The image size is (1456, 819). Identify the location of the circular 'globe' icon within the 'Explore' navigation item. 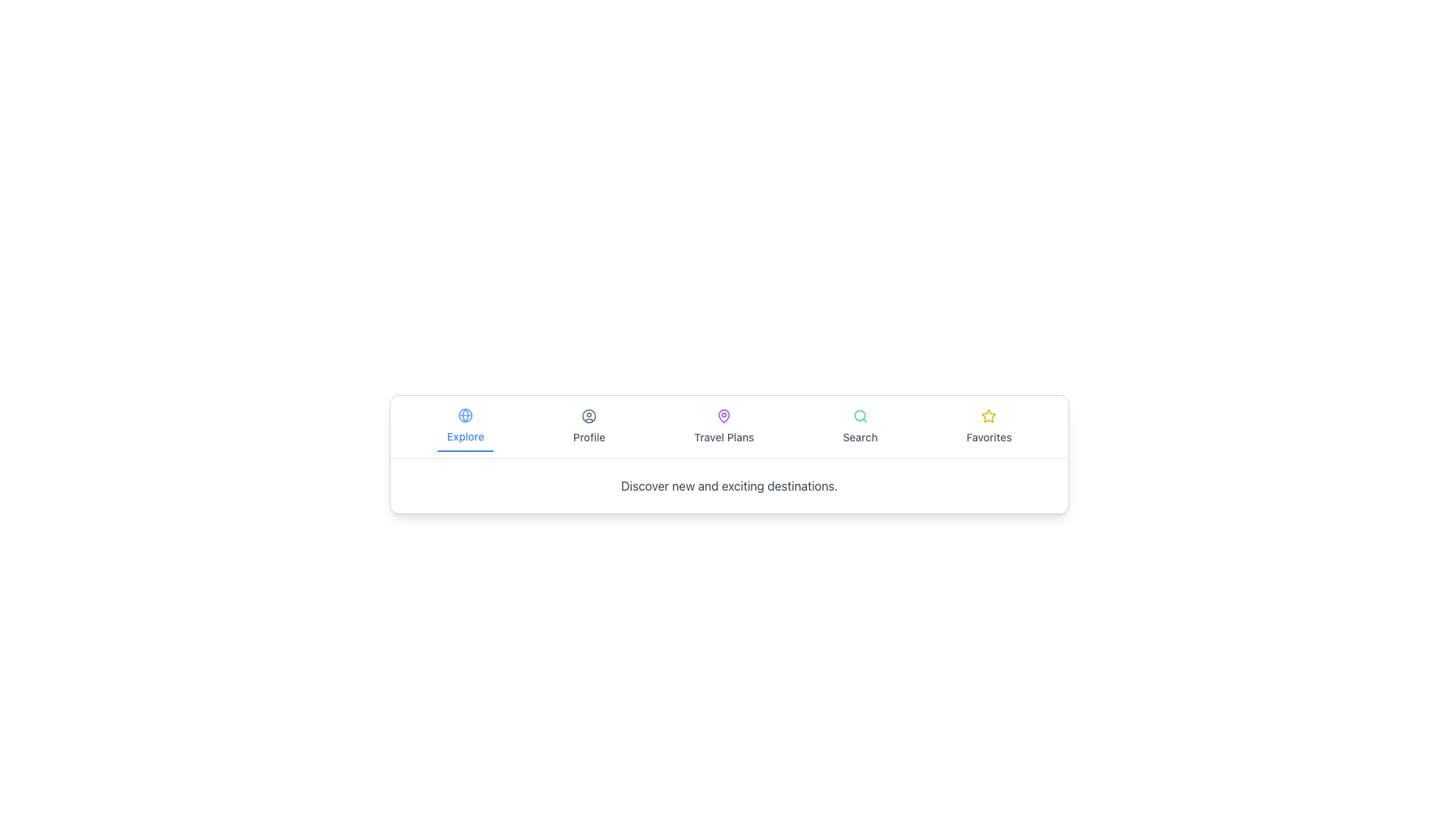
(465, 415).